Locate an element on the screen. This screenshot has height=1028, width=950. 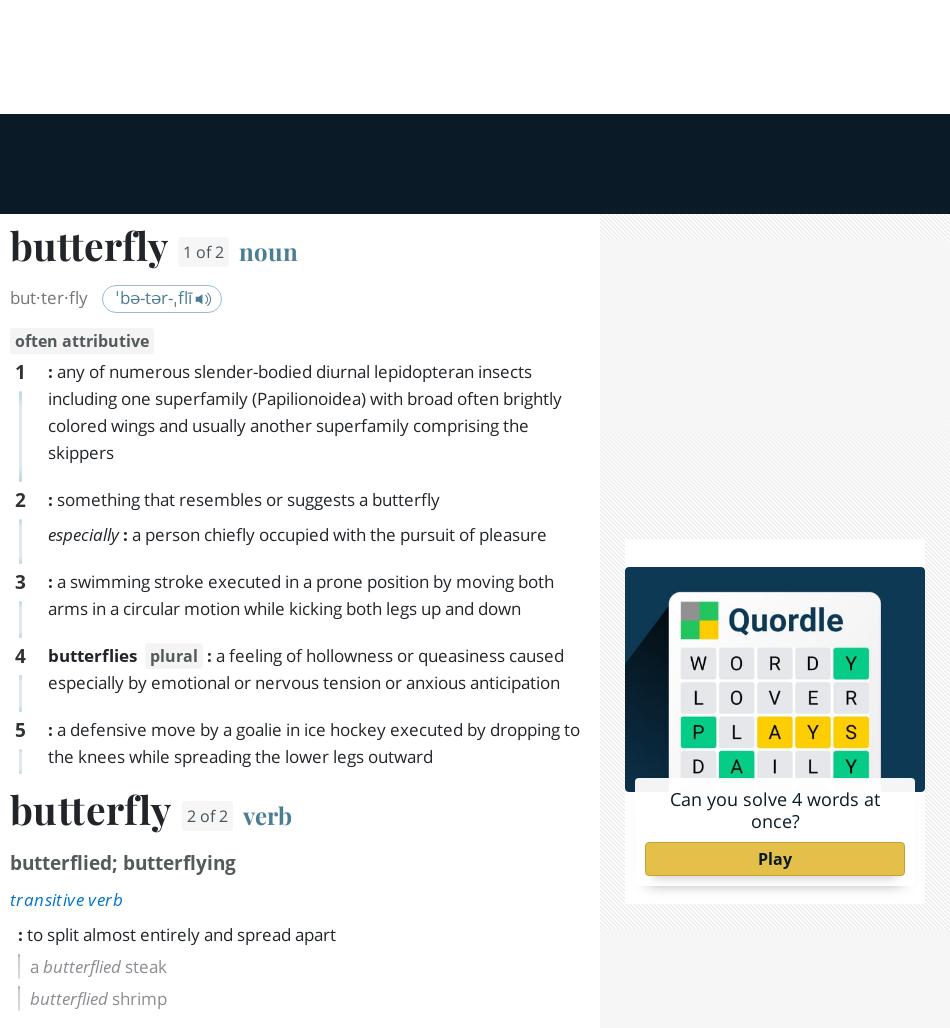
'Merriam-Webster unabridged' is located at coordinates (298, 892).